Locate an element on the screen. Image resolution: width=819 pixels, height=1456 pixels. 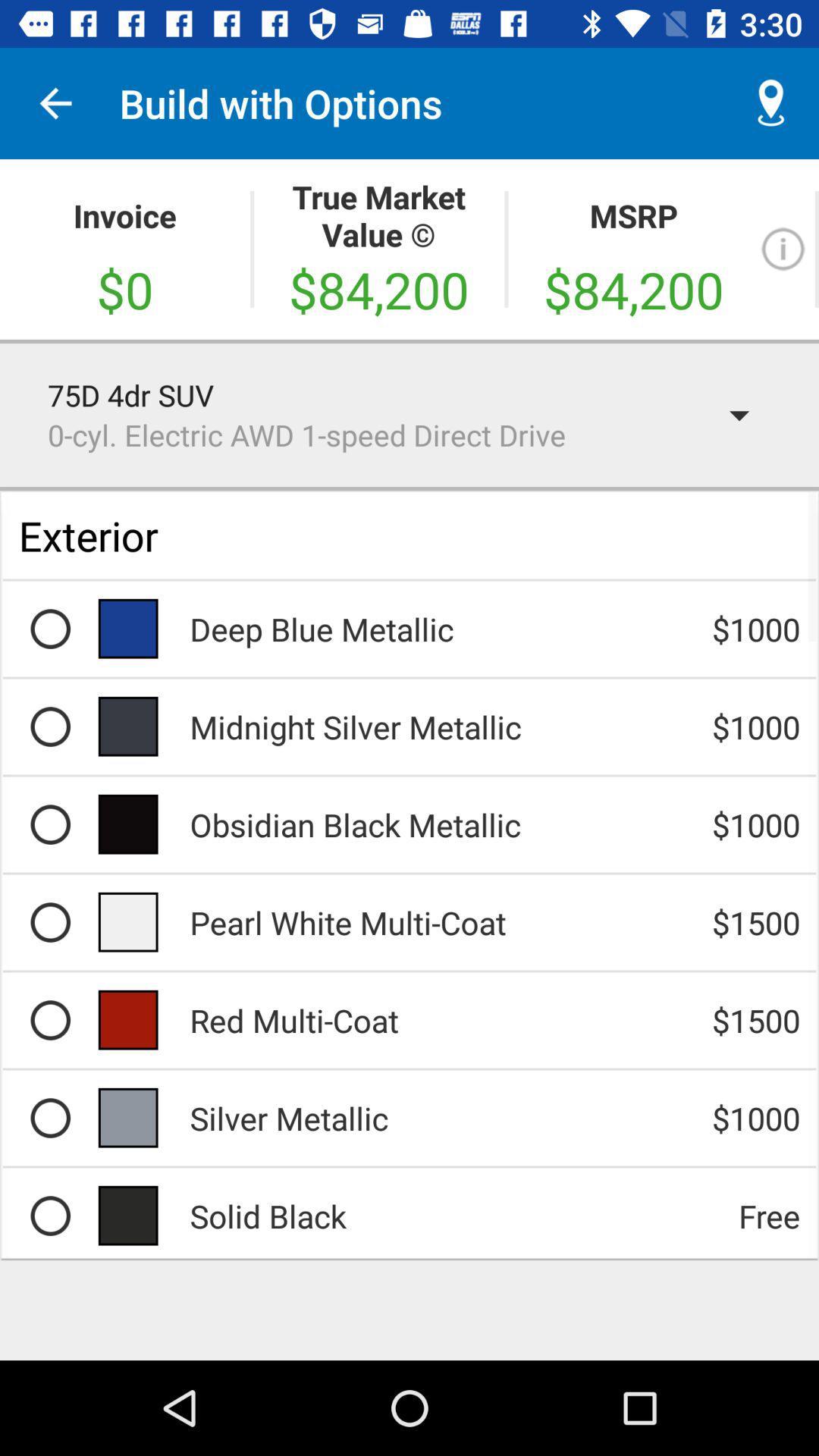
info is located at coordinates (783, 249).